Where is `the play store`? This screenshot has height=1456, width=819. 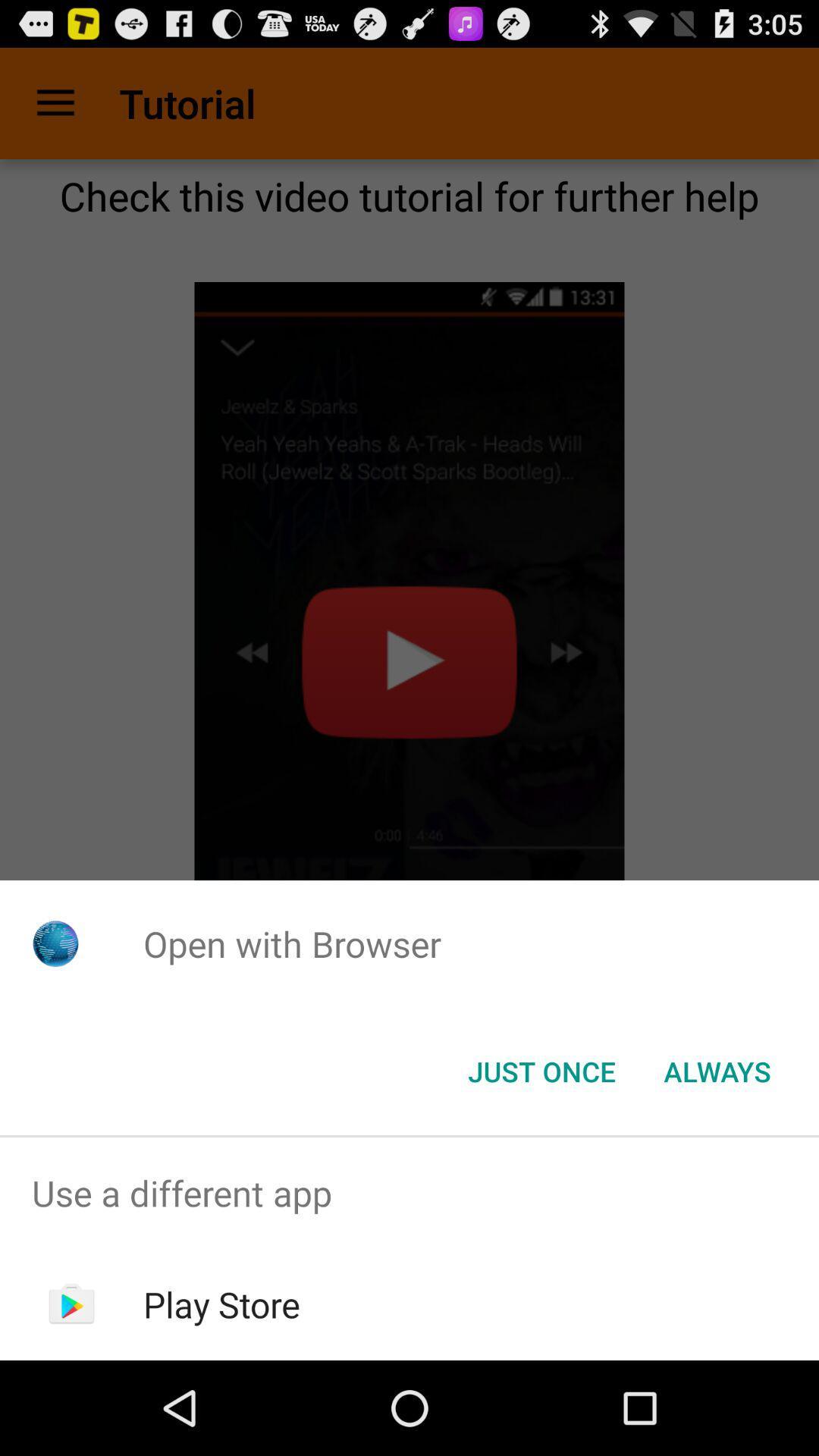
the play store is located at coordinates (221, 1304).